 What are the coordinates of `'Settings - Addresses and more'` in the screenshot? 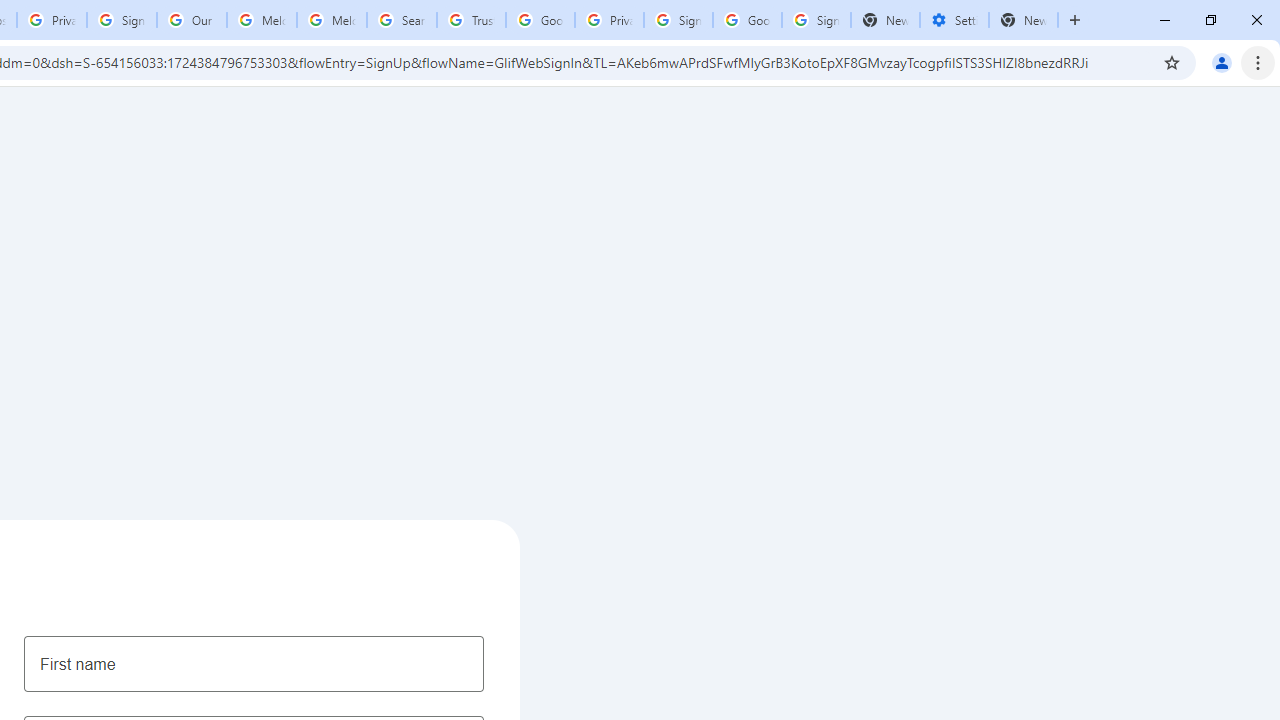 It's located at (953, 20).